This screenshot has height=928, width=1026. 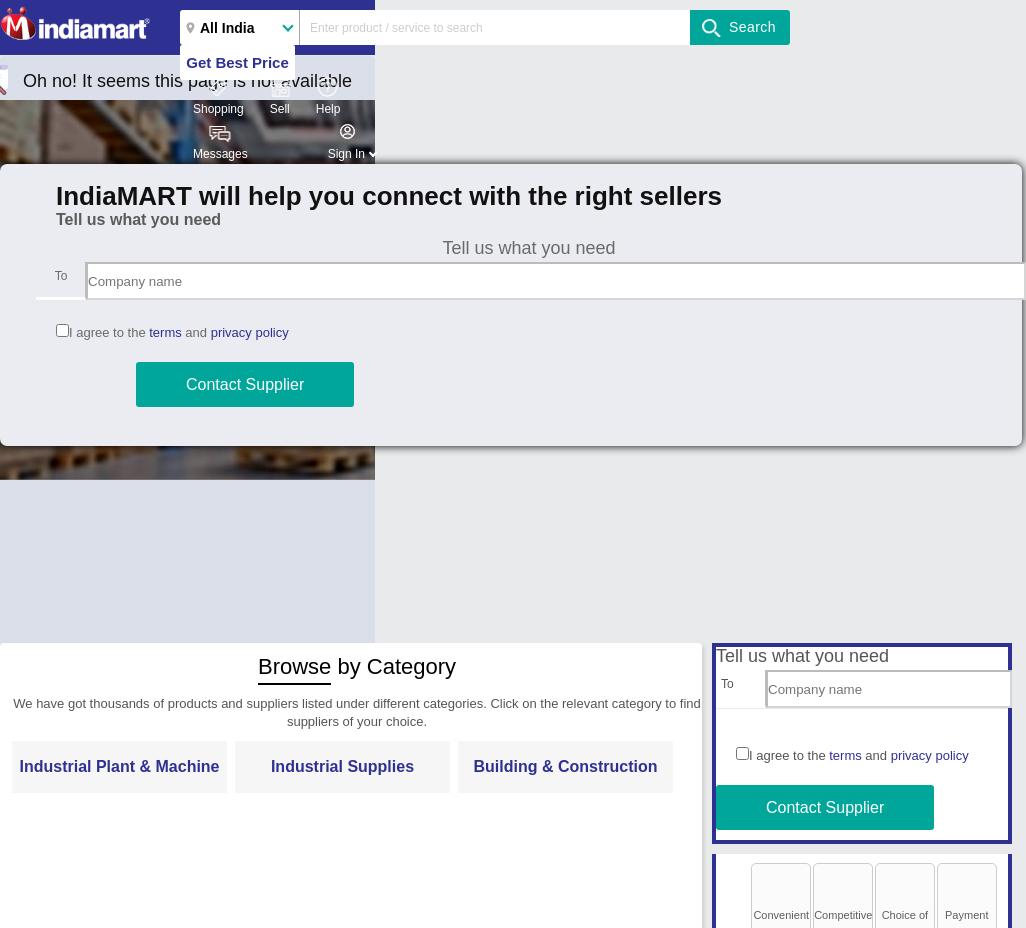 What do you see at coordinates (392, 666) in the screenshot?
I see `'by Category'` at bounding box center [392, 666].